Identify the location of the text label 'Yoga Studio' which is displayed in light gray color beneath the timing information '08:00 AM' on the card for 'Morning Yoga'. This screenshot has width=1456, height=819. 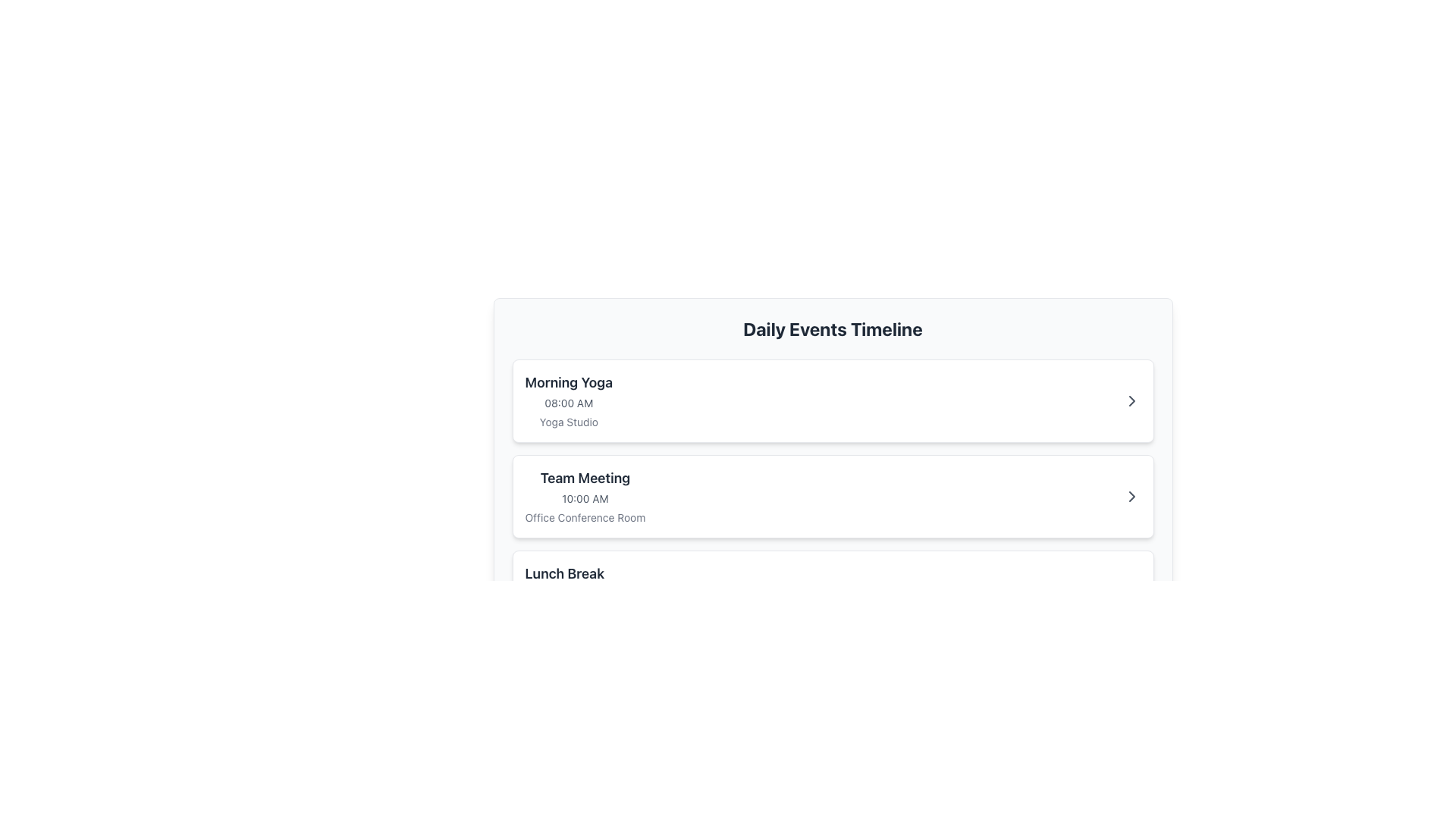
(568, 422).